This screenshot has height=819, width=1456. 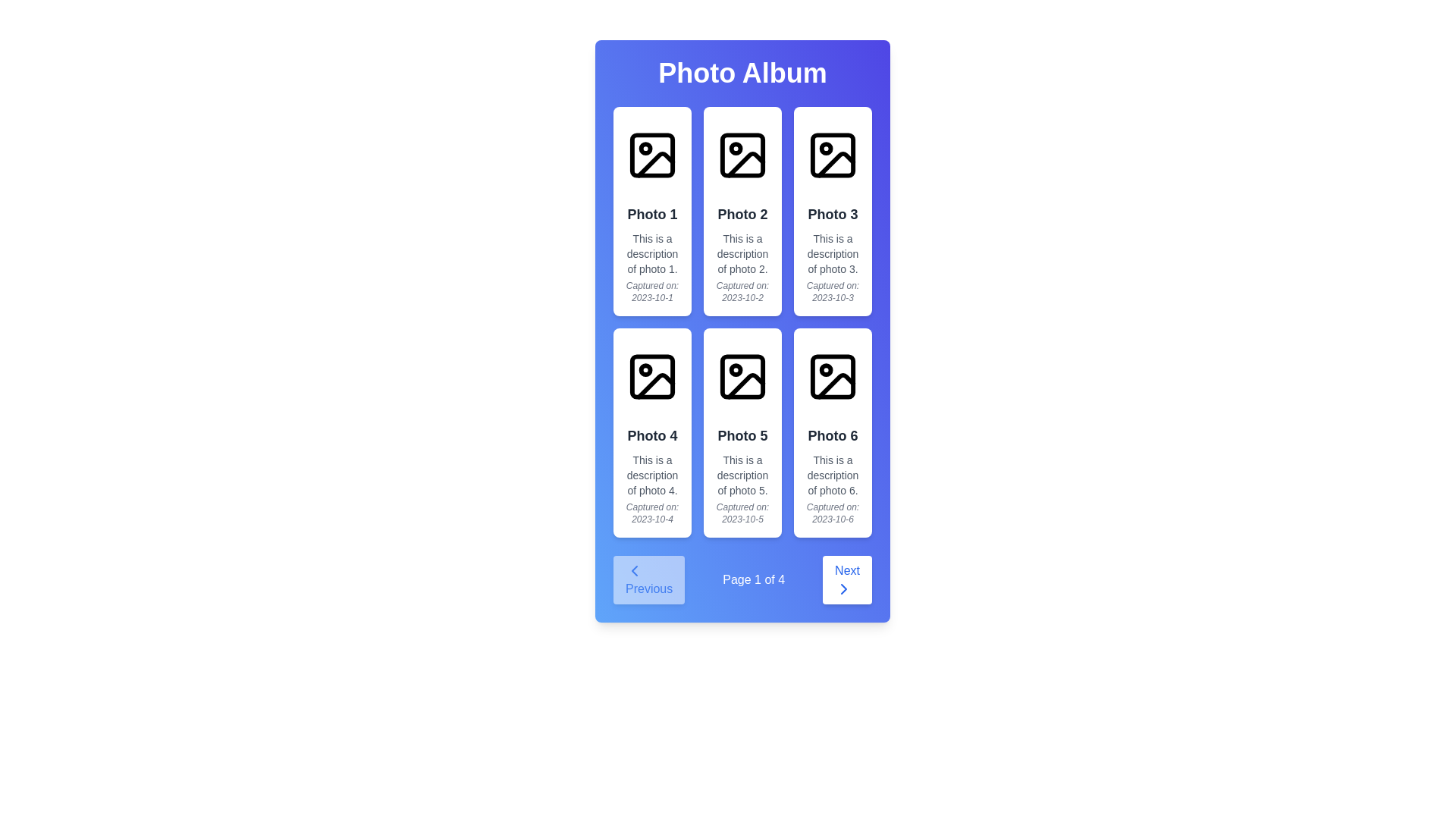 What do you see at coordinates (652, 475) in the screenshot?
I see `the text 'This is a description of photo 4.' located beneath the title 'Photo 4' in the fourth card of the photo gallery` at bounding box center [652, 475].